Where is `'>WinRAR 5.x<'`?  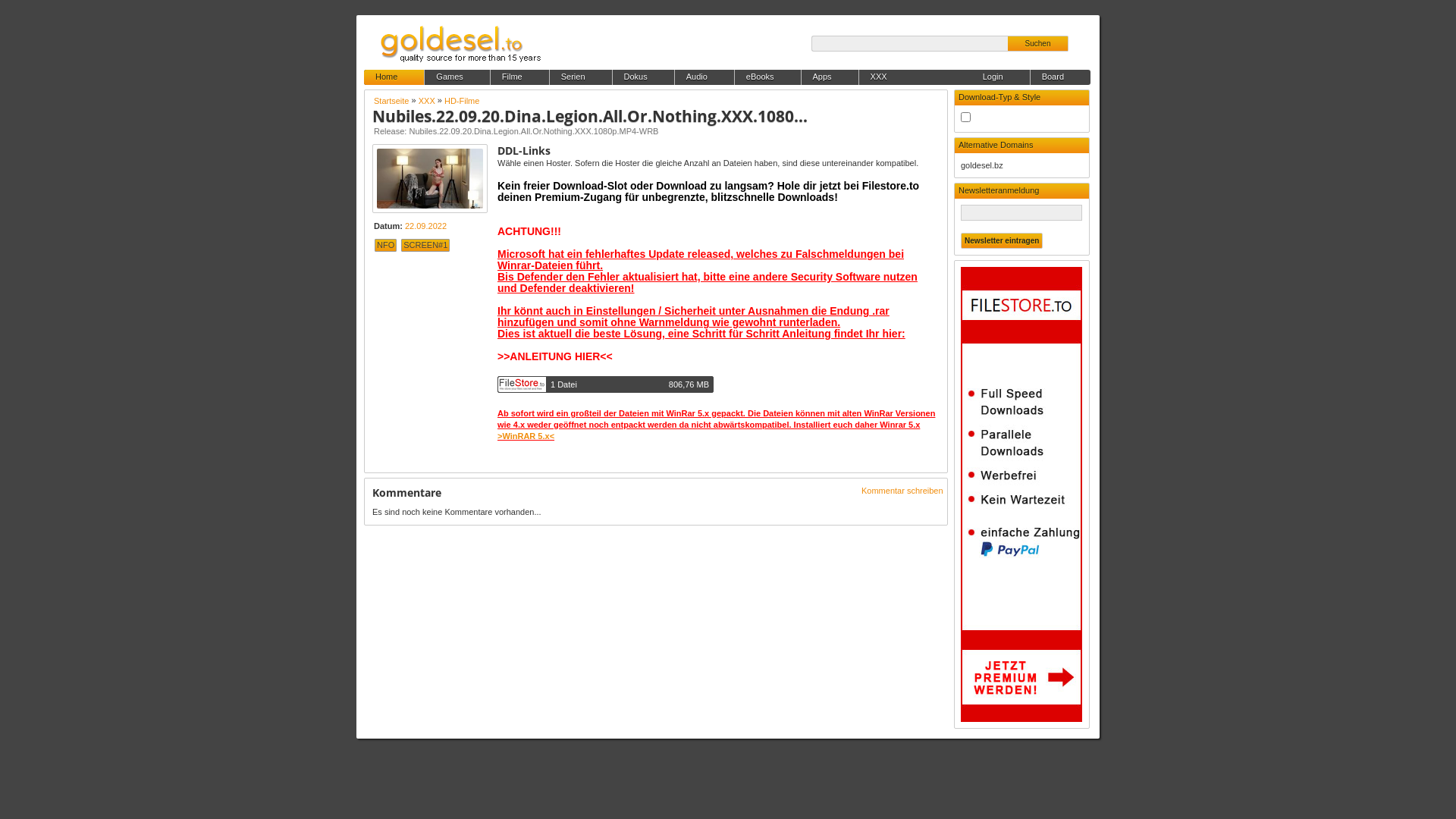
'>WinRAR 5.x<' is located at coordinates (497, 435).